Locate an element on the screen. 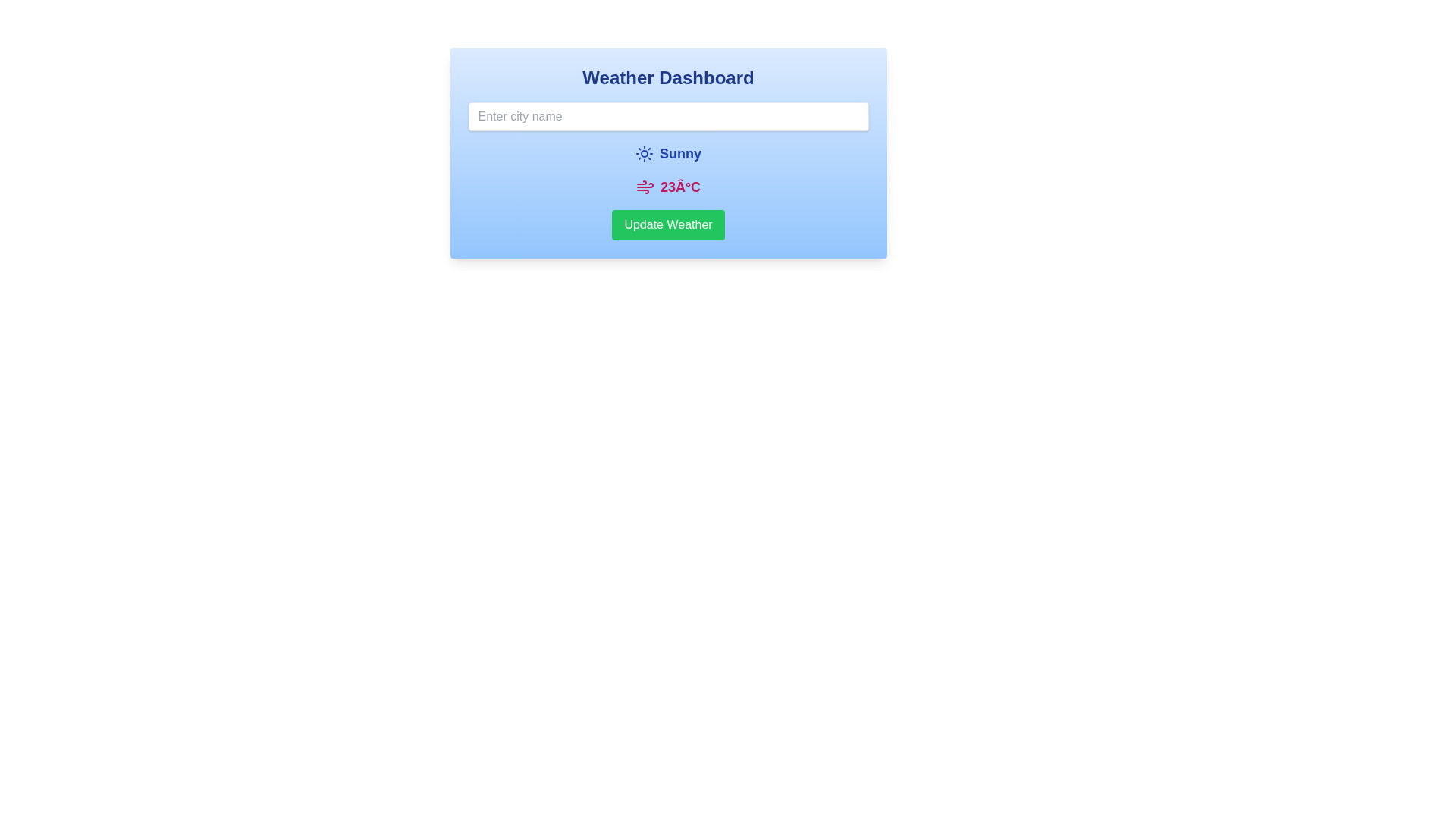  the wind conditions icon located immediately to the left of the '23°C' text in the temperature display is located at coordinates (645, 186).